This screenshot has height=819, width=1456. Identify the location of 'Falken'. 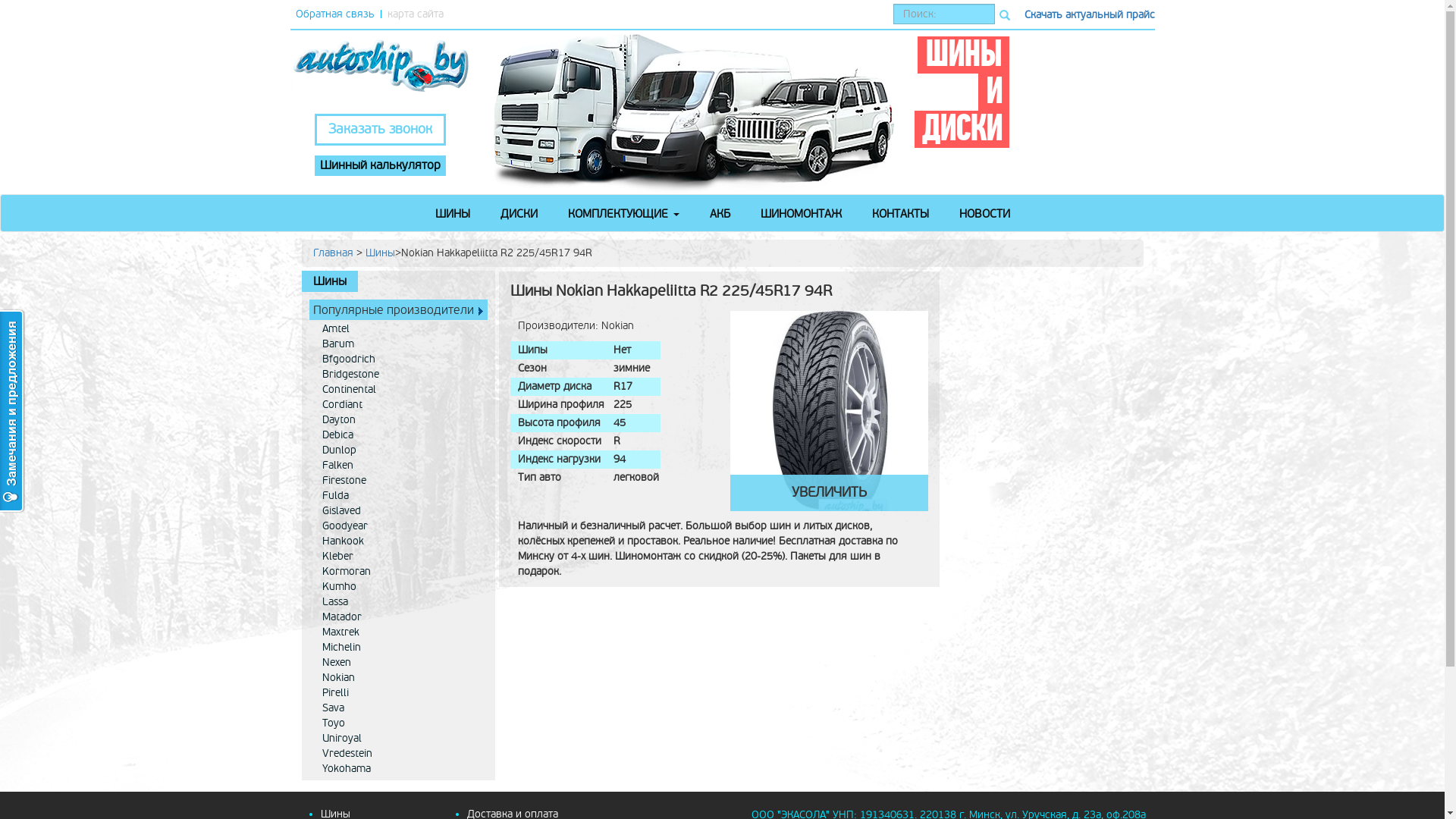
(400, 464).